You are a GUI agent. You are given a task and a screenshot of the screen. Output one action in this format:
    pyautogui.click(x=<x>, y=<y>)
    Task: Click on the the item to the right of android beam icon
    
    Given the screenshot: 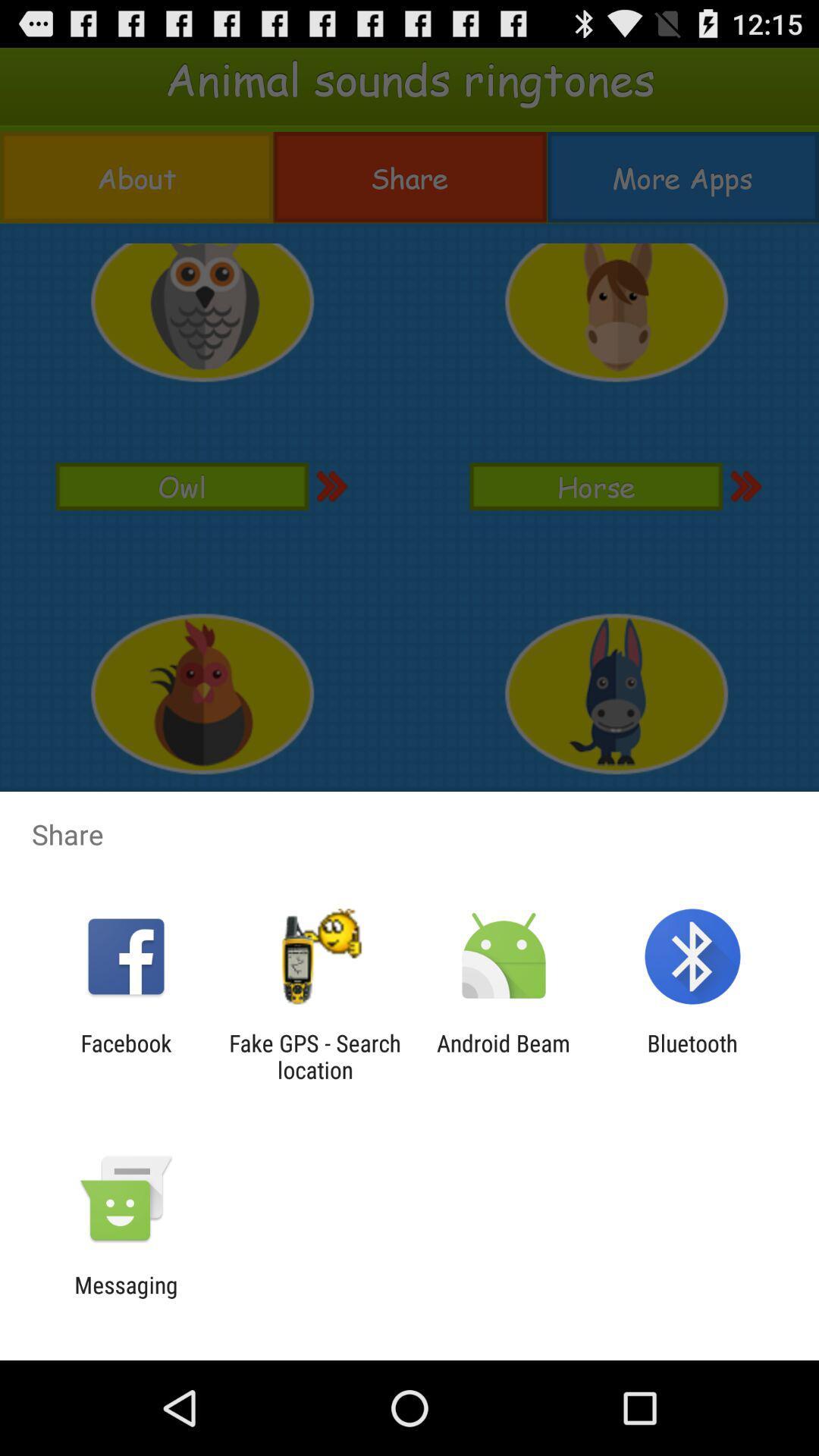 What is the action you would take?
    pyautogui.click(x=692, y=1056)
    